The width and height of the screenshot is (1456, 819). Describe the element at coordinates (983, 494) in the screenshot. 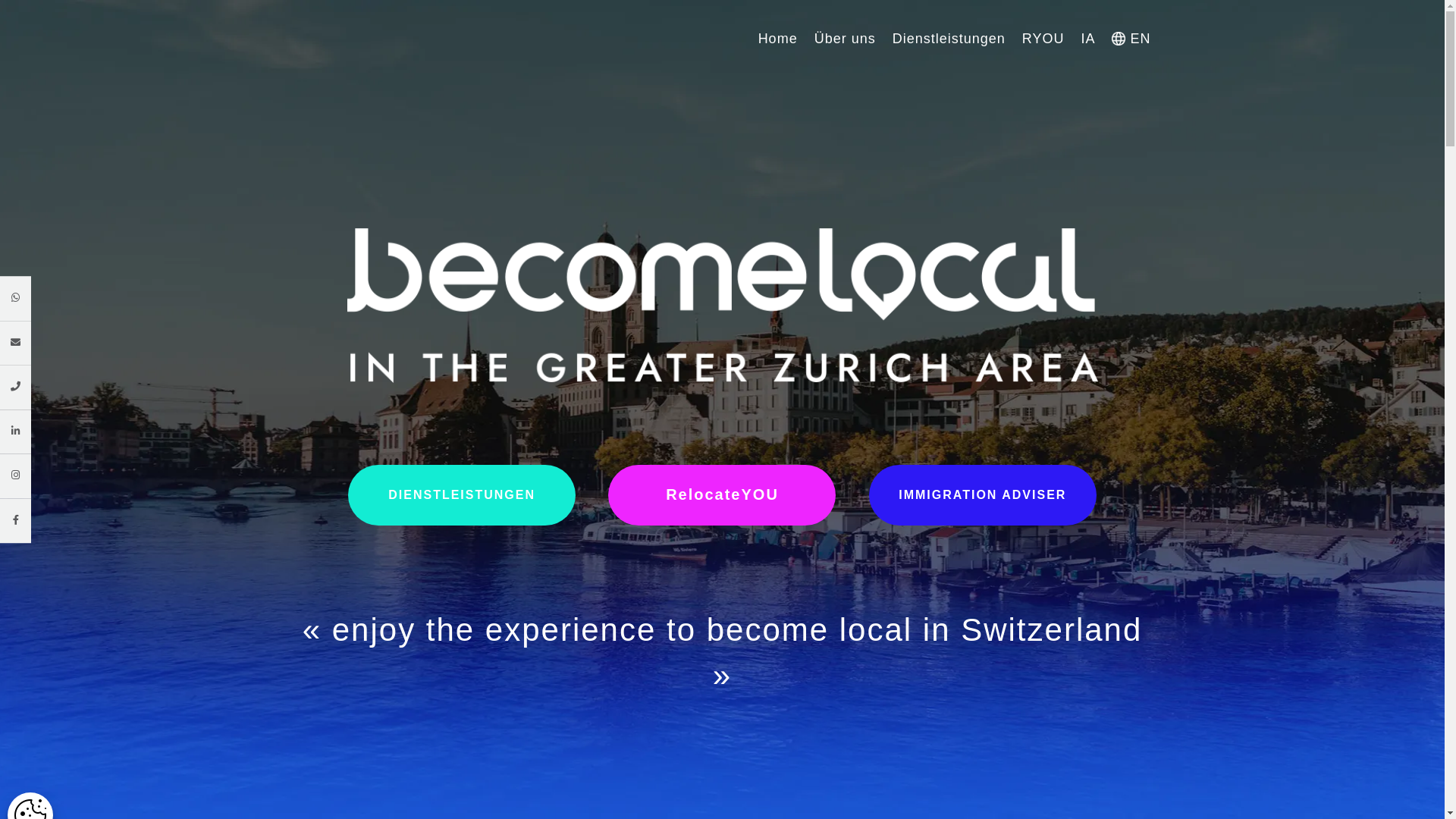

I see `'IMMIGRATION ADVISER'` at that location.